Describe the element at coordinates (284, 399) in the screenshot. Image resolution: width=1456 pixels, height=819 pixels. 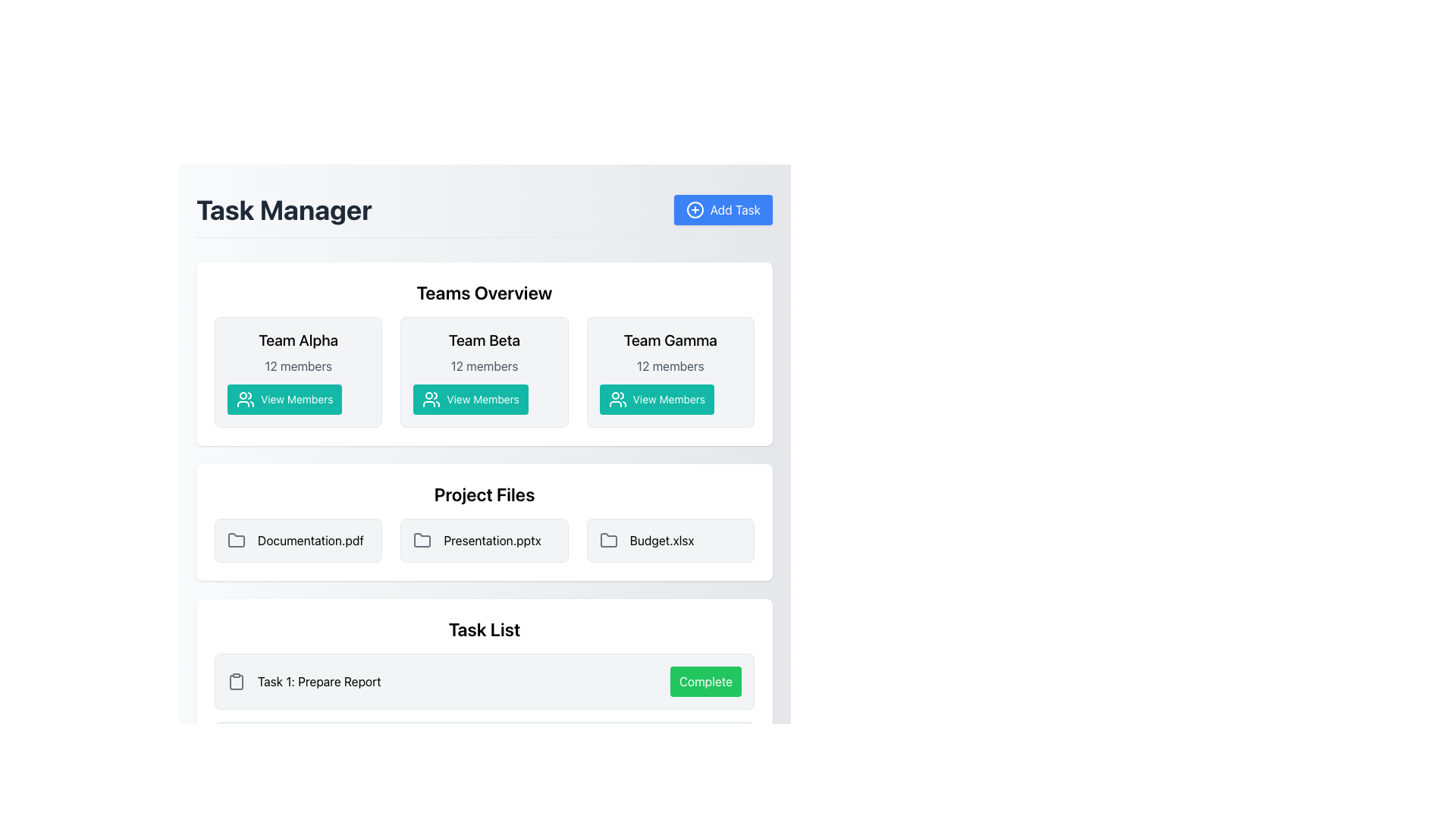
I see `the button located in the 'Teams Overview' section under the 'Team Alpha' card` at that location.